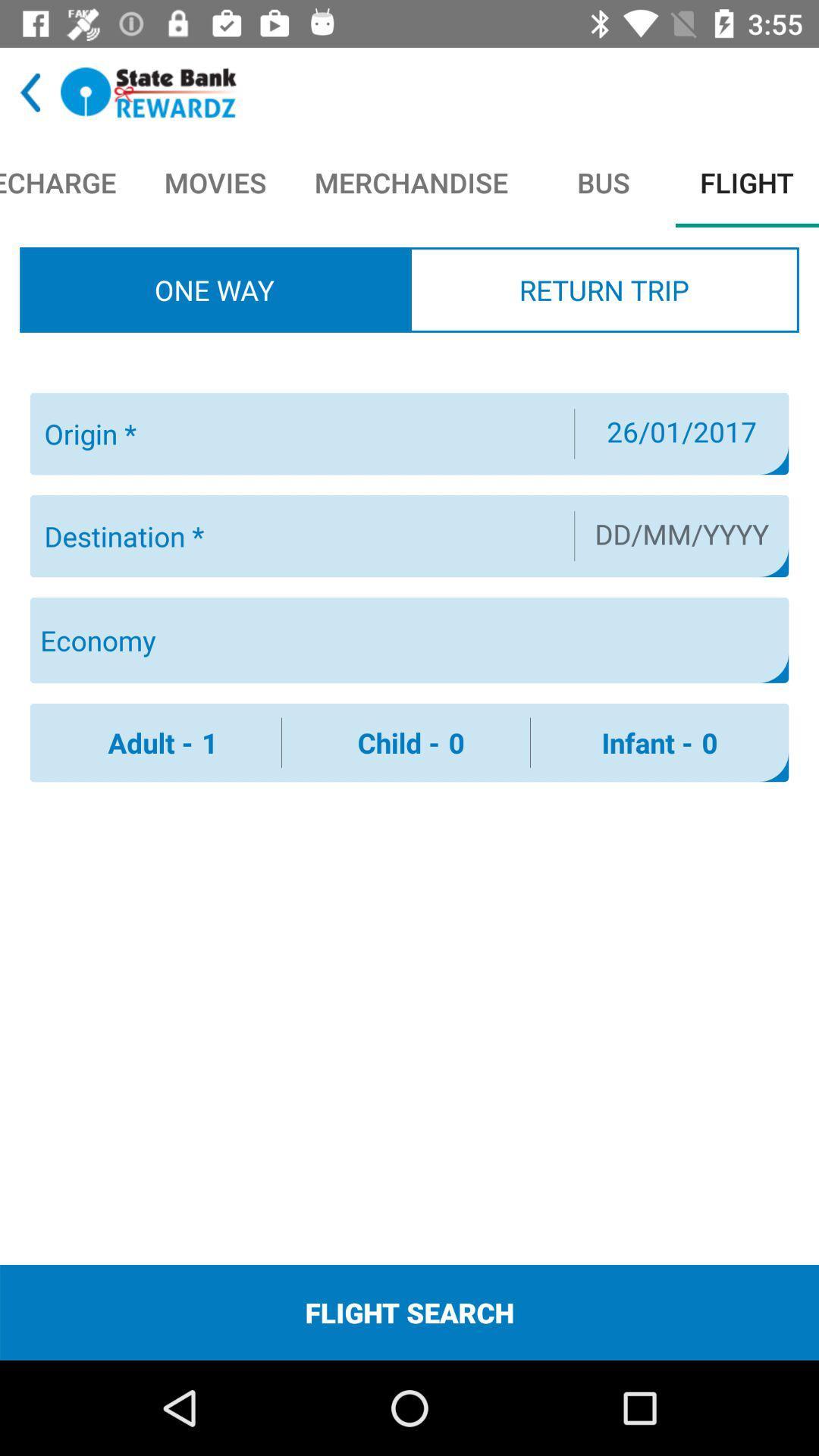 This screenshot has height=1456, width=819. I want to click on origin textbox, so click(300, 433).